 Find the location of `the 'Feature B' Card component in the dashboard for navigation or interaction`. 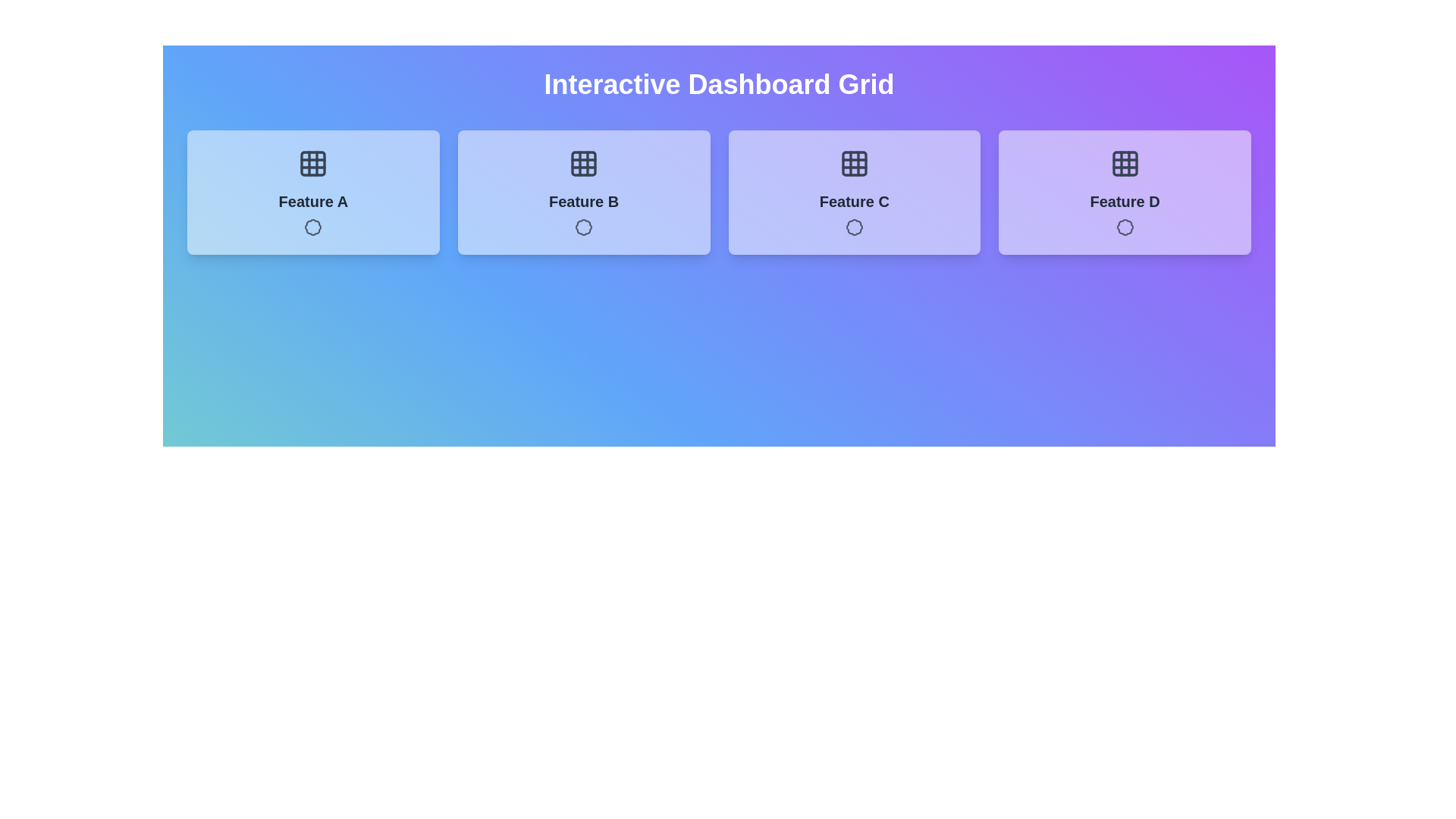

the 'Feature B' Card component in the dashboard for navigation or interaction is located at coordinates (583, 192).